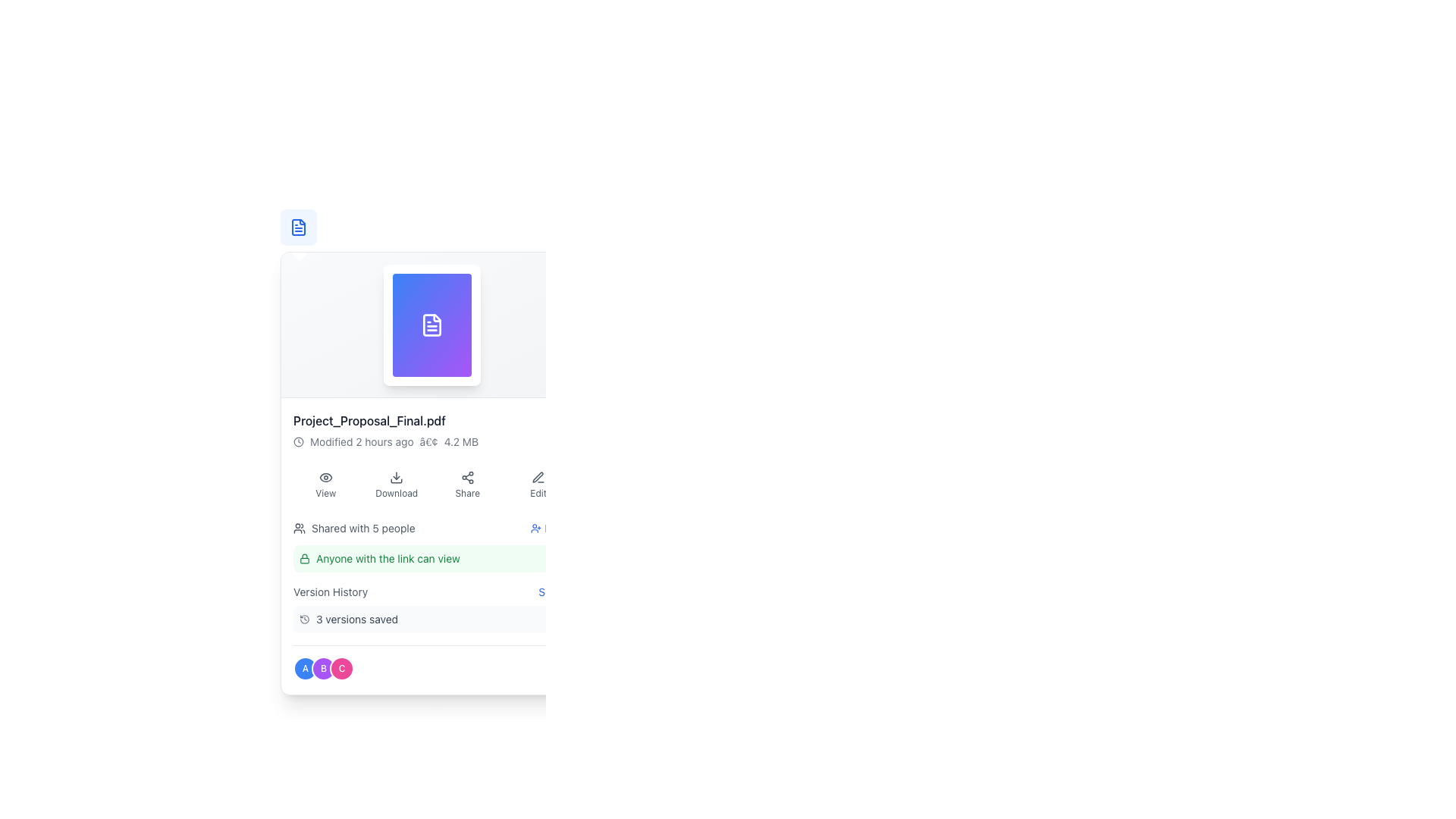  What do you see at coordinates (431, 421) in the screenshot?
I see `the text label displaying the filename 'Project_Proposal_Final.pdf' to rename it` at bounding box center [431, 421].